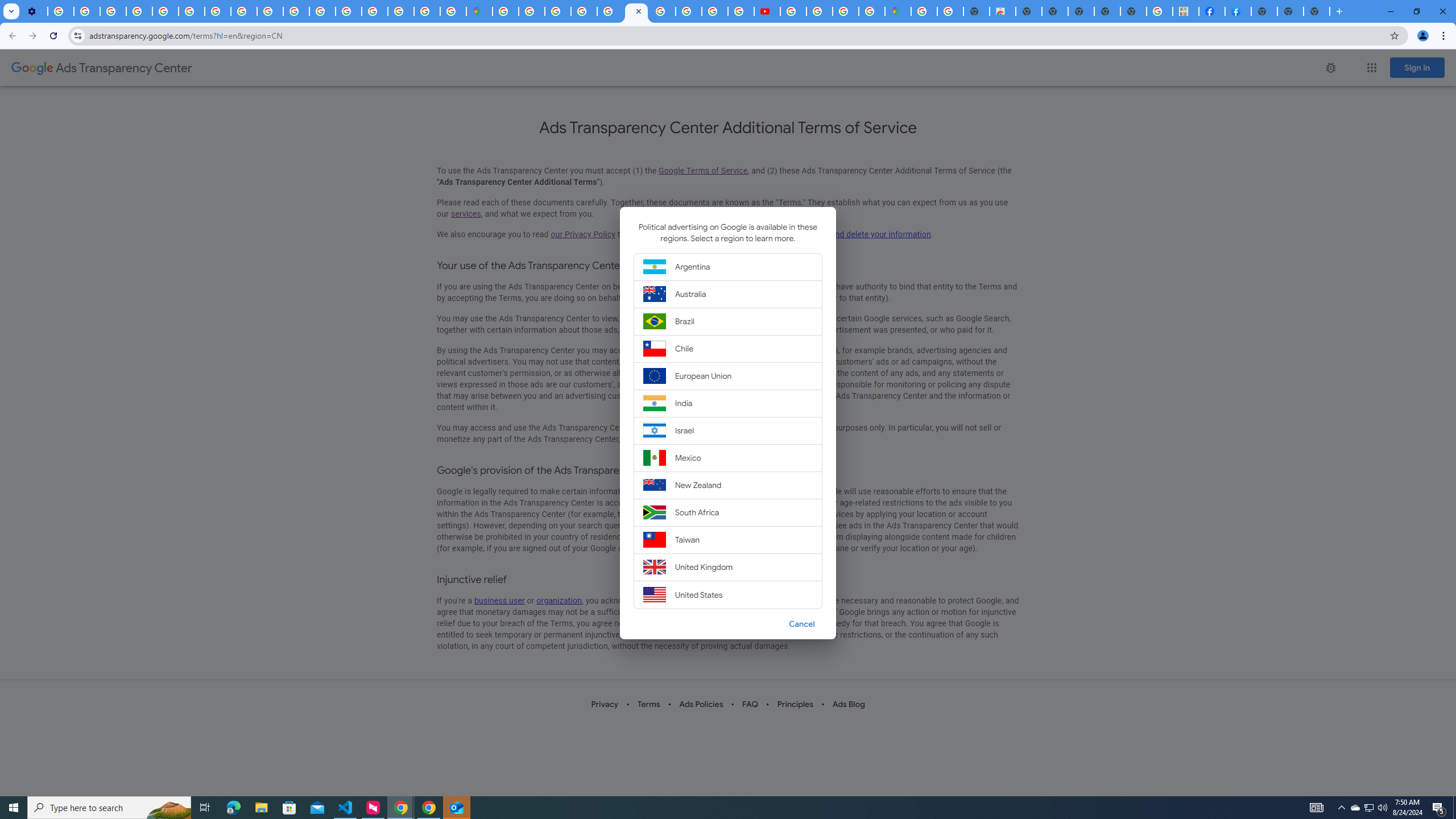 This screenshot has height=819, width=1456. Describe the element at coordinates (559, 601) in the screenshot. I see `'organization'` at that location.